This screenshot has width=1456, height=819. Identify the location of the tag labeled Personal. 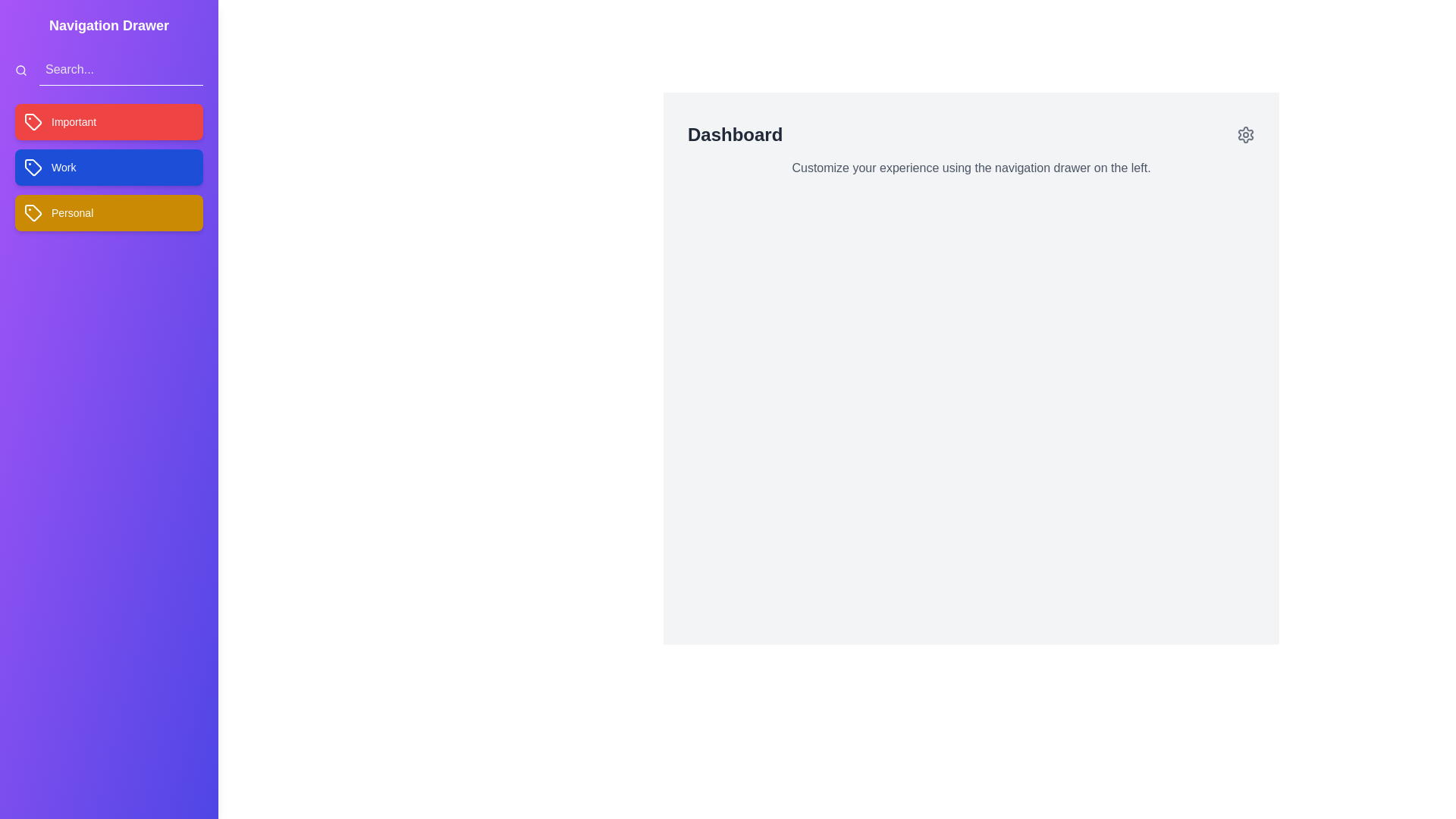
(108, 213).